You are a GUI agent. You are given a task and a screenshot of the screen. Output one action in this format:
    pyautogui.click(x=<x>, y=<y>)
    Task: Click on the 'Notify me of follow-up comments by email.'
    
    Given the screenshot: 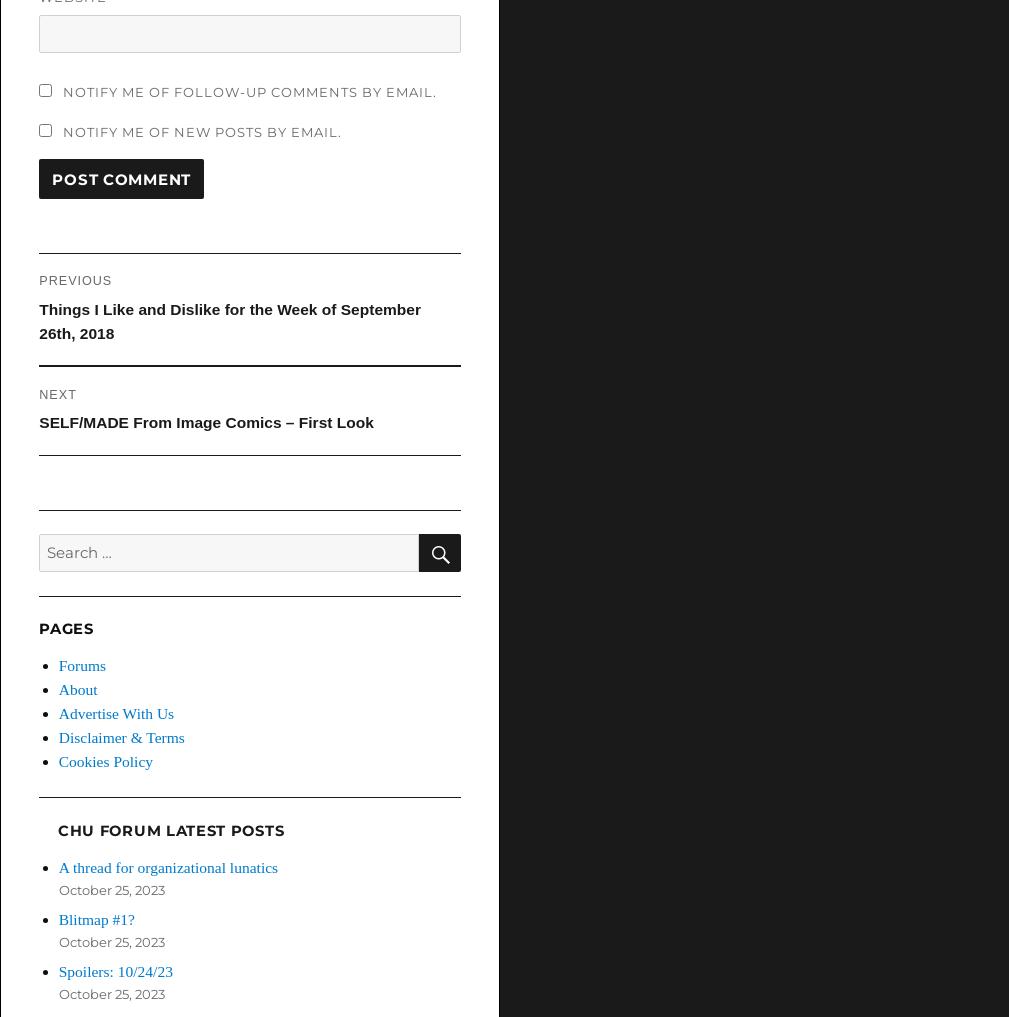 What is the action you would take?
    pyautogui.click(x=248, y=91)
    